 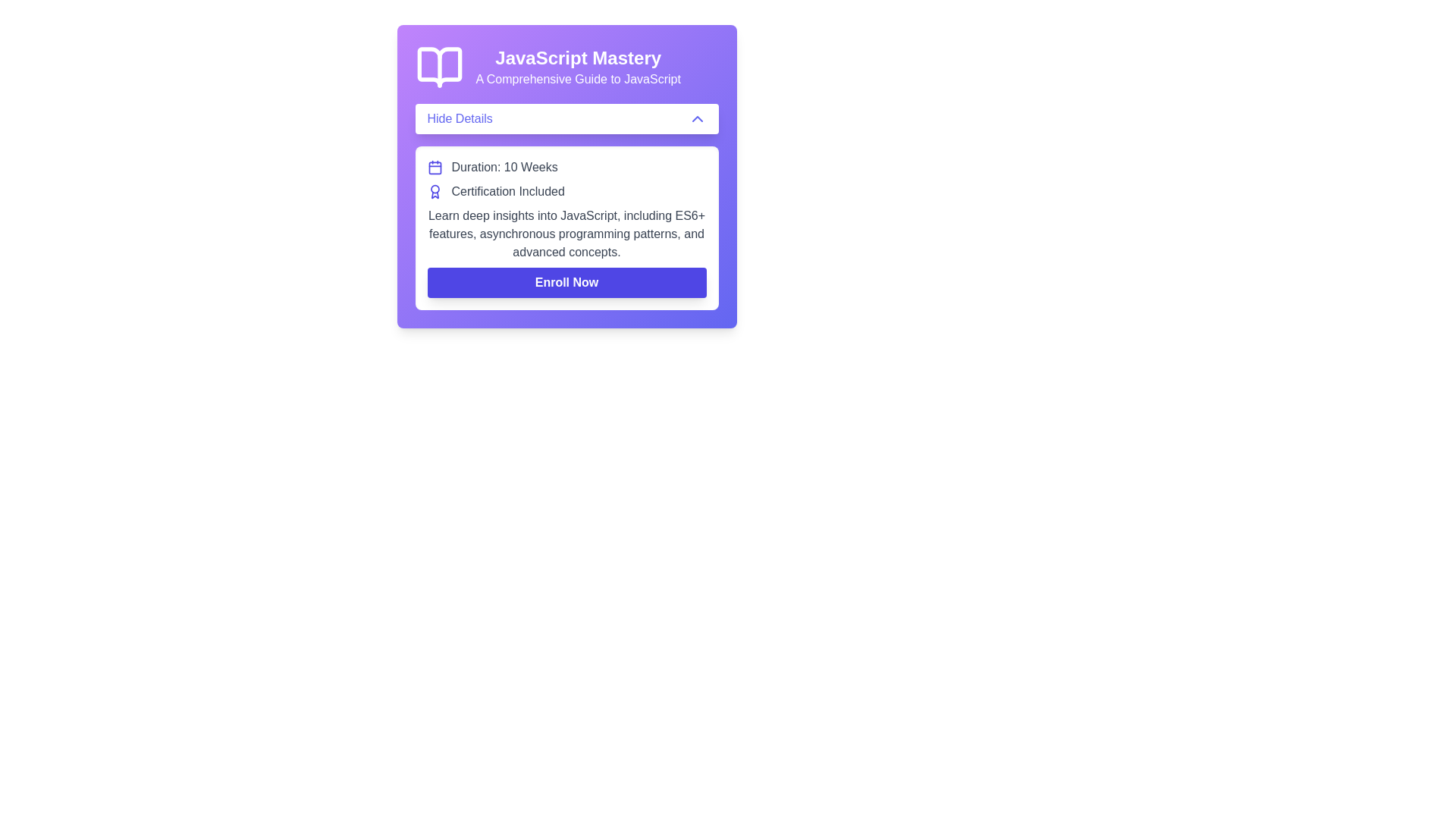 What do you see at coordinates (438, 66) in the screenshot?
I see `the decorative icon representing 'JavaScript Mastery' located in the top-left corner of the card interface` at bounding box center [438, 66].